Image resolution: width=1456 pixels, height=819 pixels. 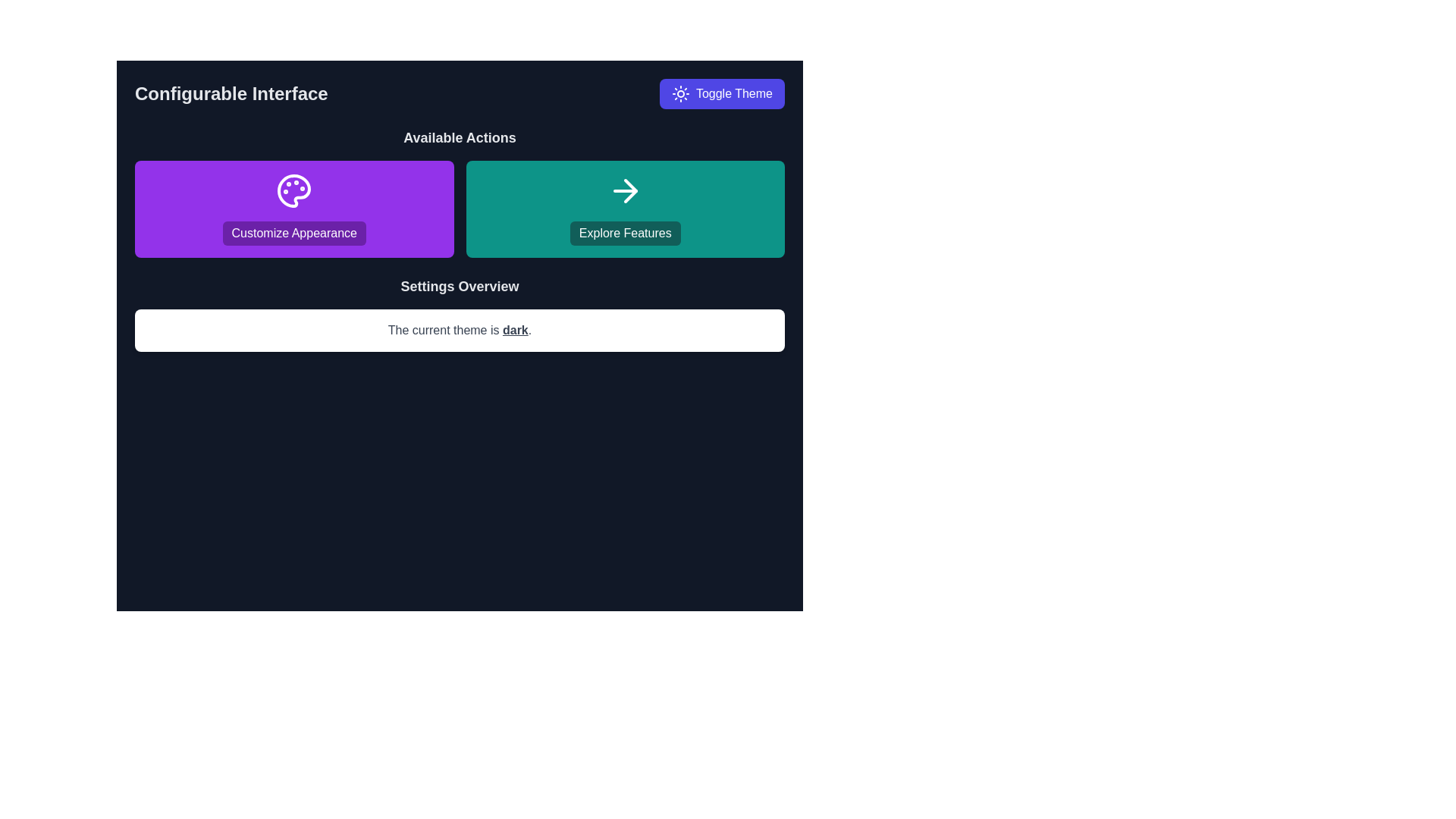 What do you see at coordinates (459, 329) in the screenshot?
I see `the Text Display indicating the current theme setting, which shows 'dark' and is located beneath the 'Settings Overview' section` at bounding box center [459, 329].